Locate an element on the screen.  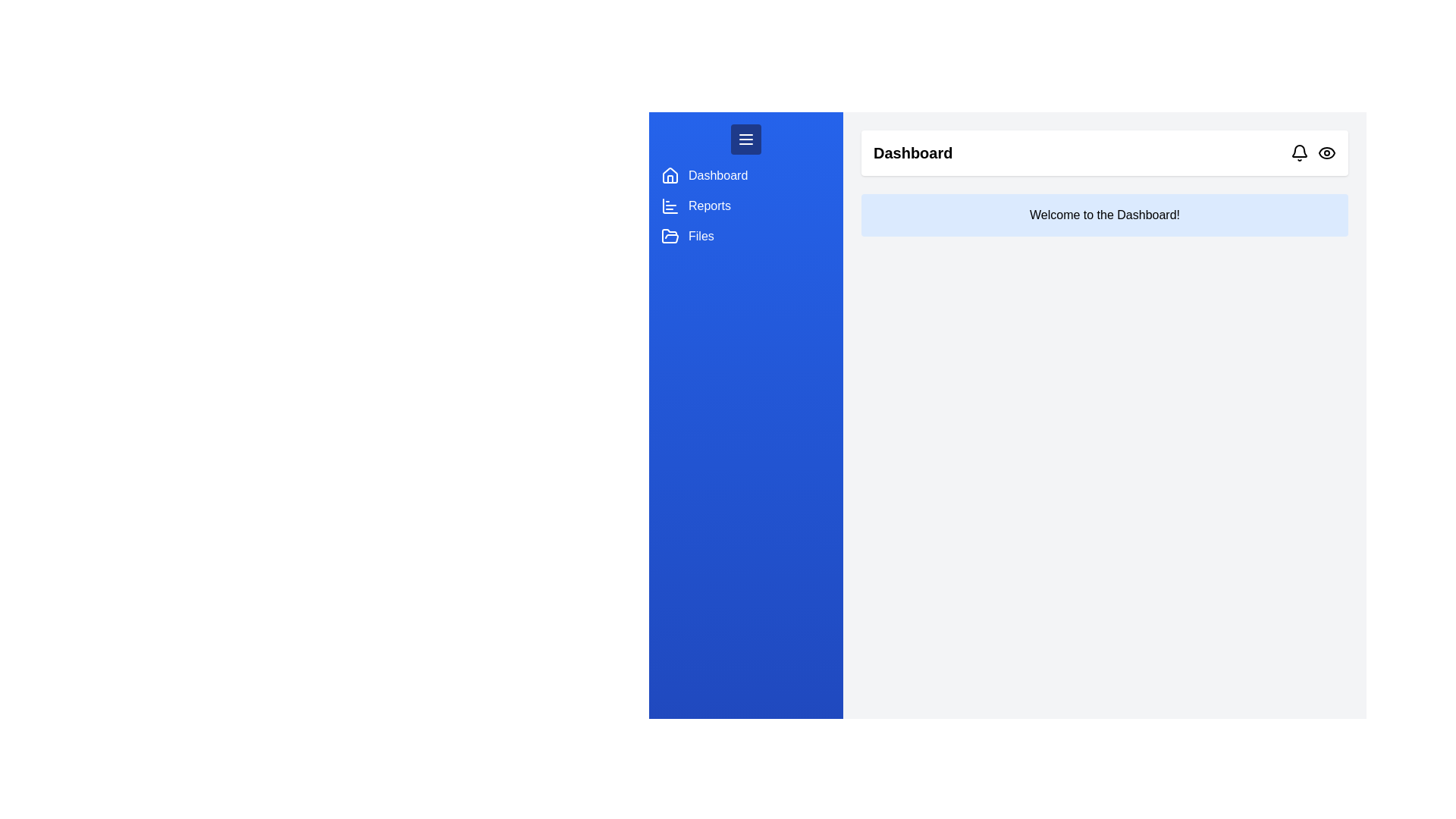
the menu/hamburger icon located at the top-left corner of the interface is located at coordinates (745, 140).